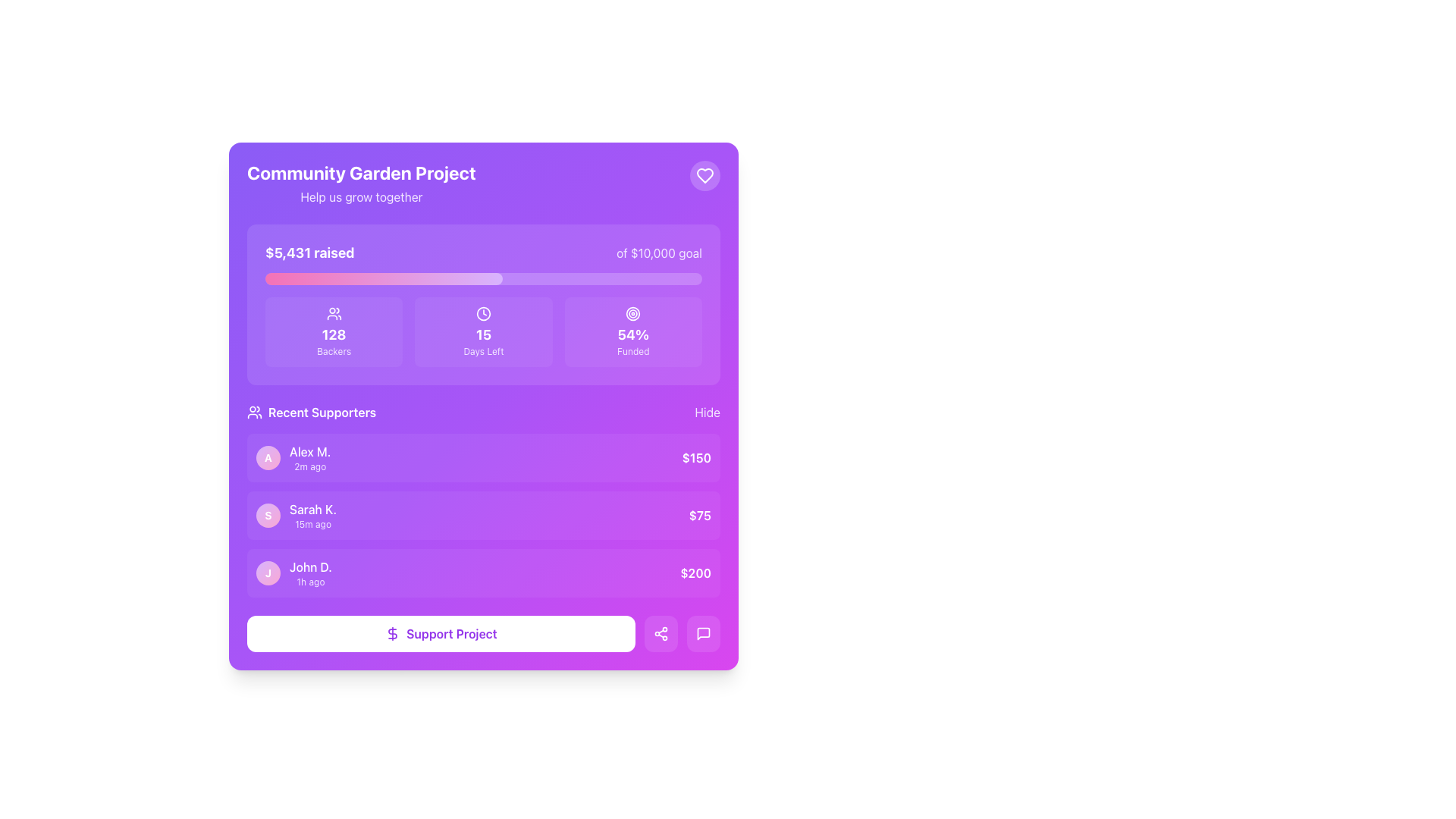  Describe the element at coordinates (312, 514) in the screenshot. I see `the text label displaying the contributor's name and donation time, located in the second row of the 'Recent Supporters' section, right below 'Alex M.' and adjacent to the circular gradient background avatar with an 'S'` at that location.